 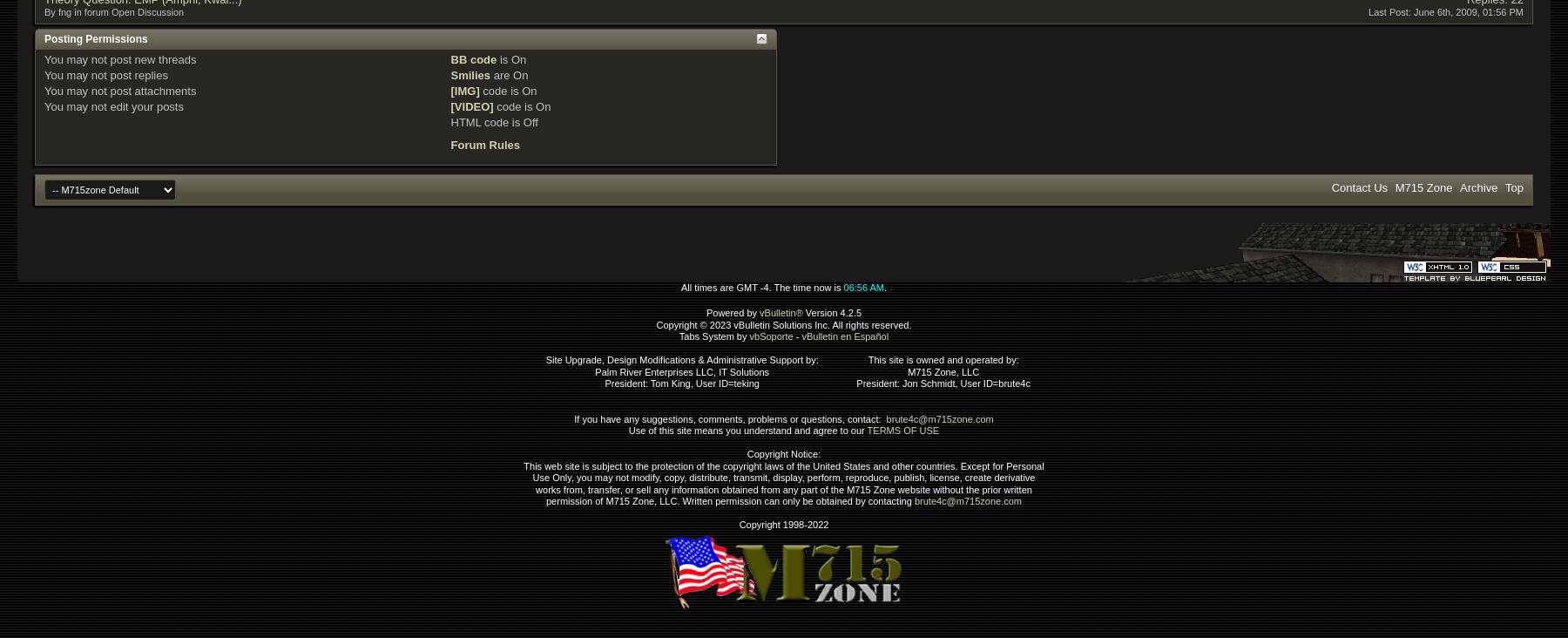 What do you see at coordinates (106, 105) in the screenshot?
I see `'edit your posts'` at bounding box center [106, 105].